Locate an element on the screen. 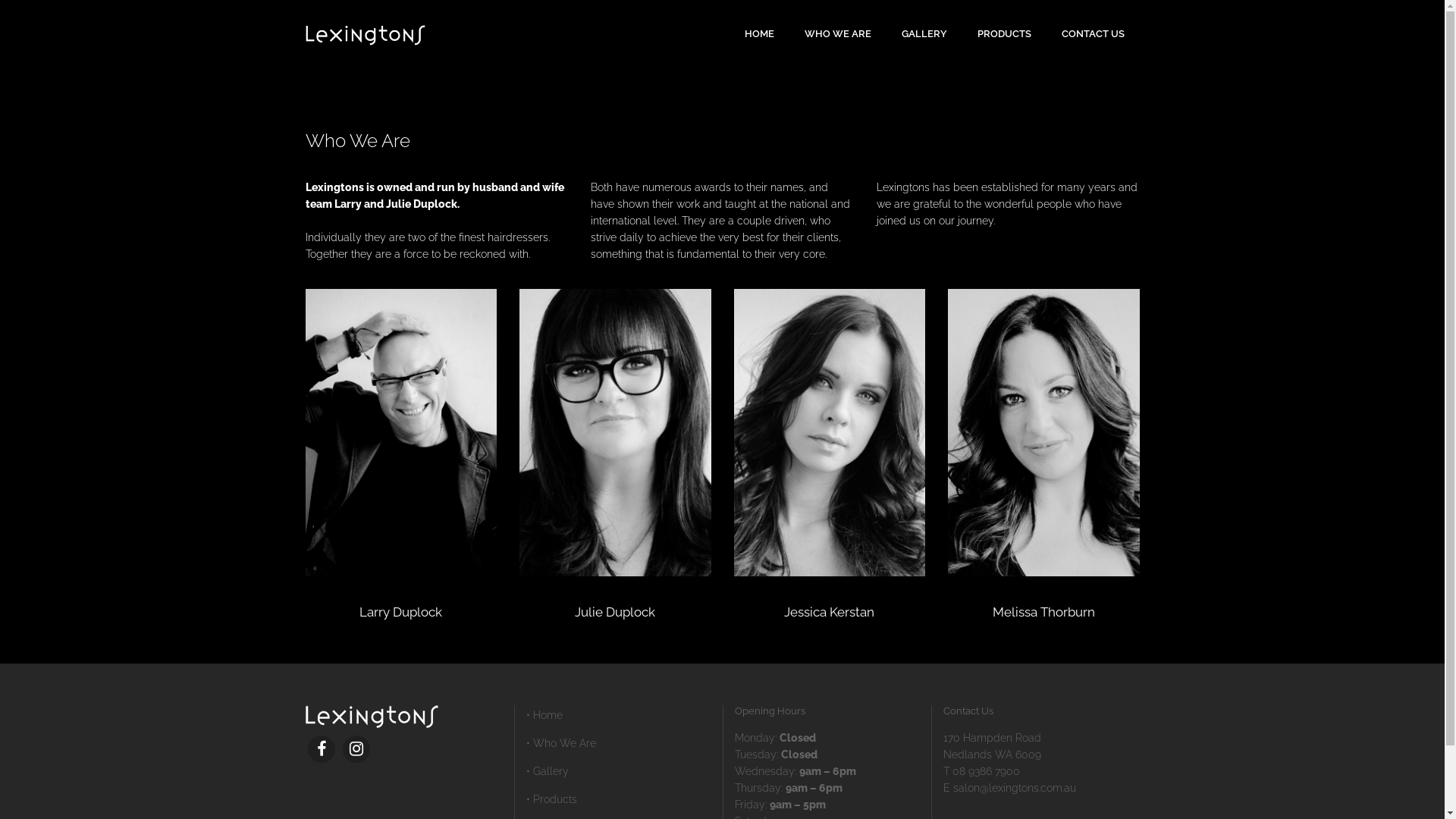 This screenshot has width=1456, height=819. 'Larry' is located at coordinates (400, 432).